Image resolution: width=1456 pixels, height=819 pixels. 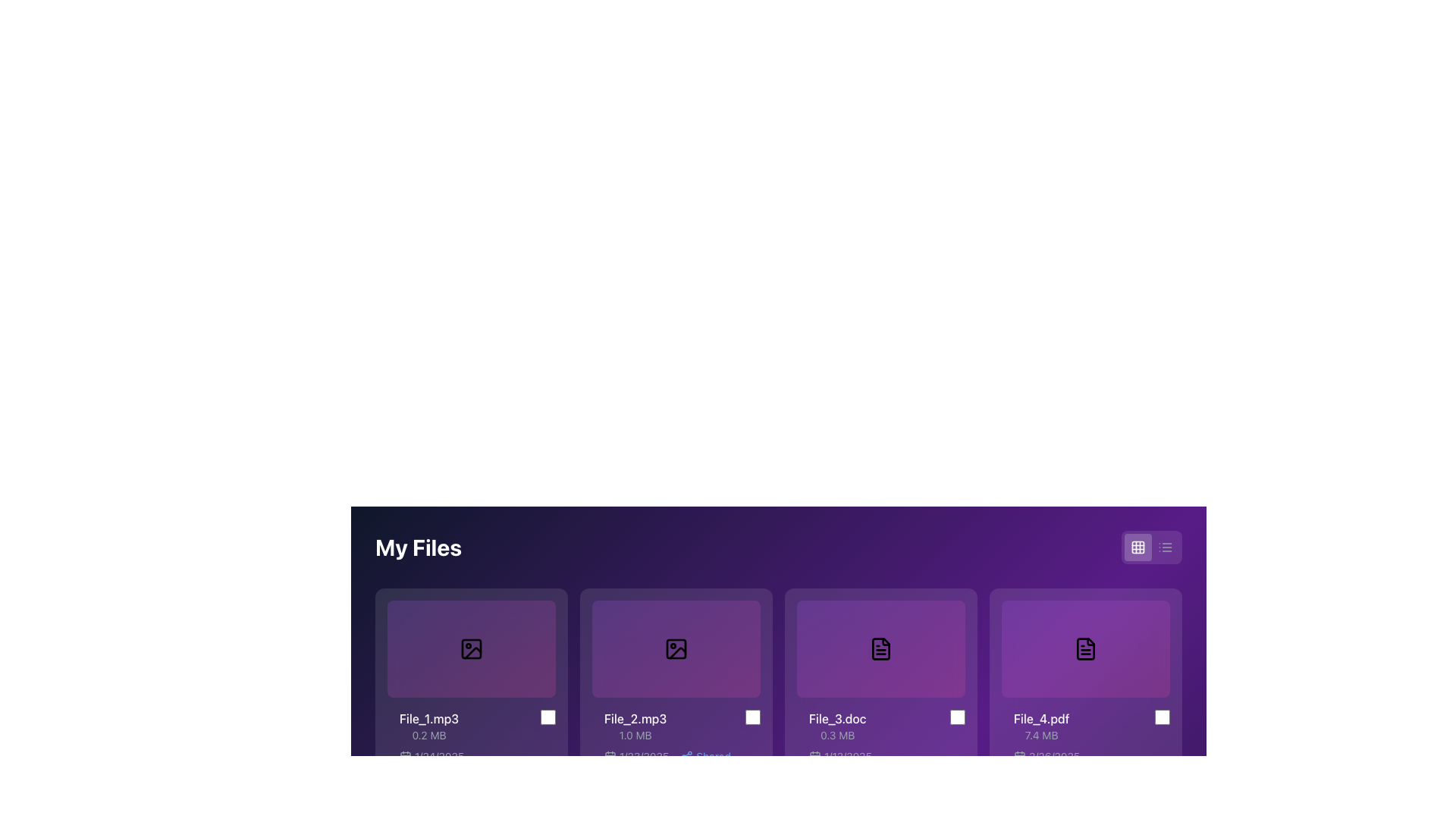 What do you see at coordinates (610, 757) in the screenshot?
I see `the date indicator icon located as the first element in the horizontal group of the file display card, which provides context for the associated date '1/23/2025'` at bounding box center [610, 757].